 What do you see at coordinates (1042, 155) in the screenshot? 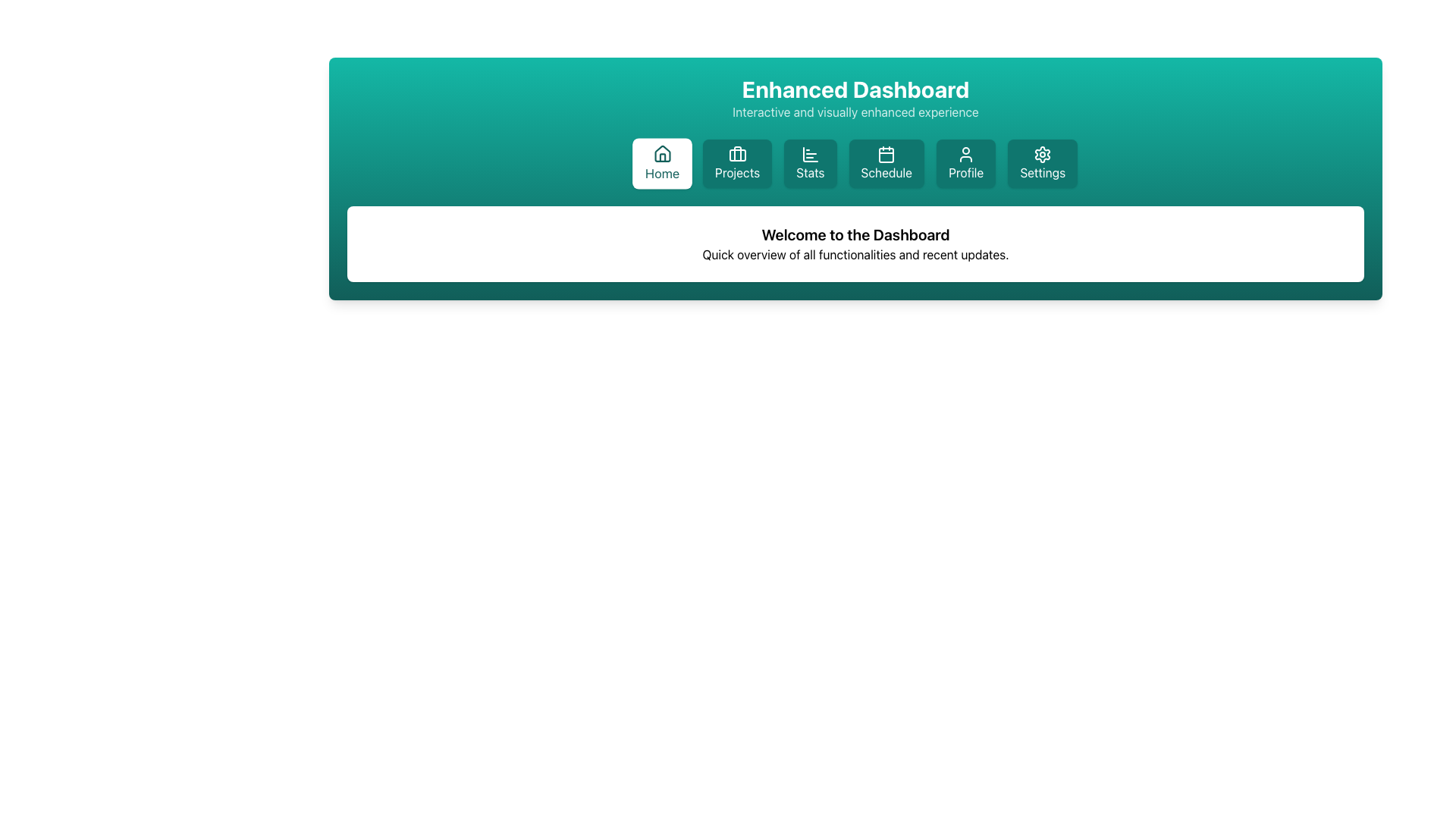
I see `the cogwheel icon representing settings located in the top-right section of the navigation bar, part of the 'Settings' button` at bounding box center [1042, 155].